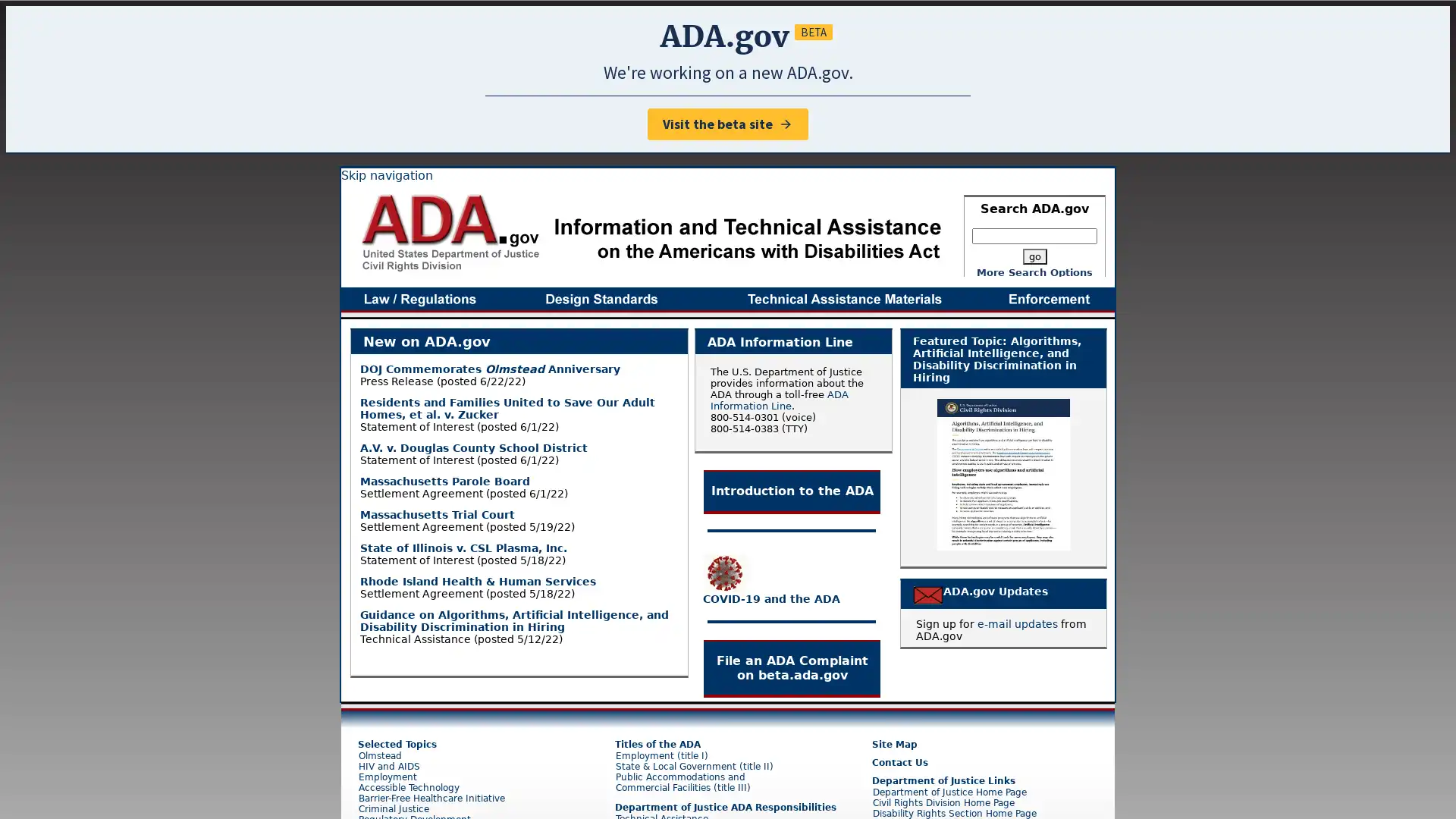  I want to click on go, so click(1033, 256).